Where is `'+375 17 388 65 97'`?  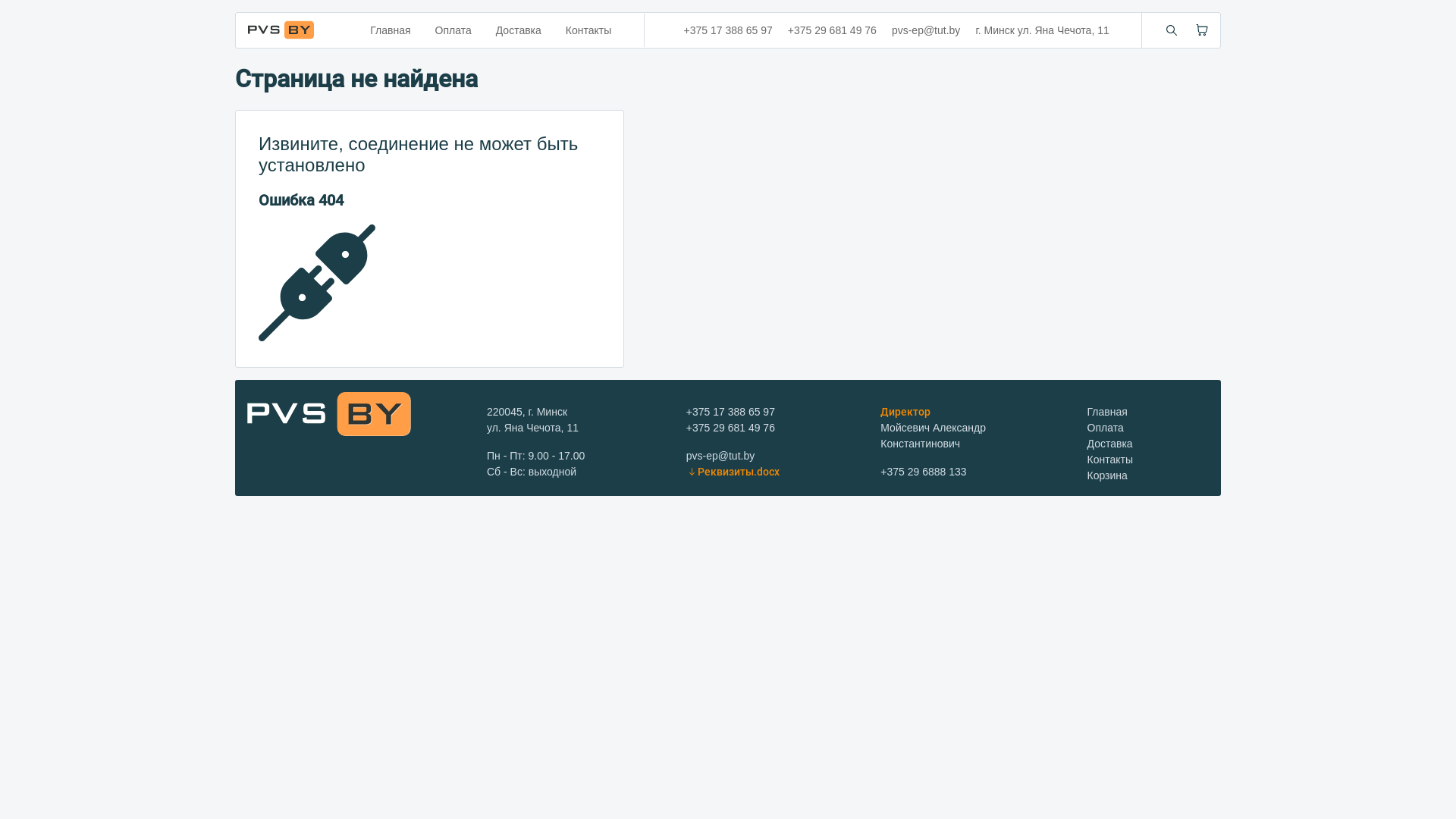 '+375 17 388 65 97' is located at coordinates (728, 30).